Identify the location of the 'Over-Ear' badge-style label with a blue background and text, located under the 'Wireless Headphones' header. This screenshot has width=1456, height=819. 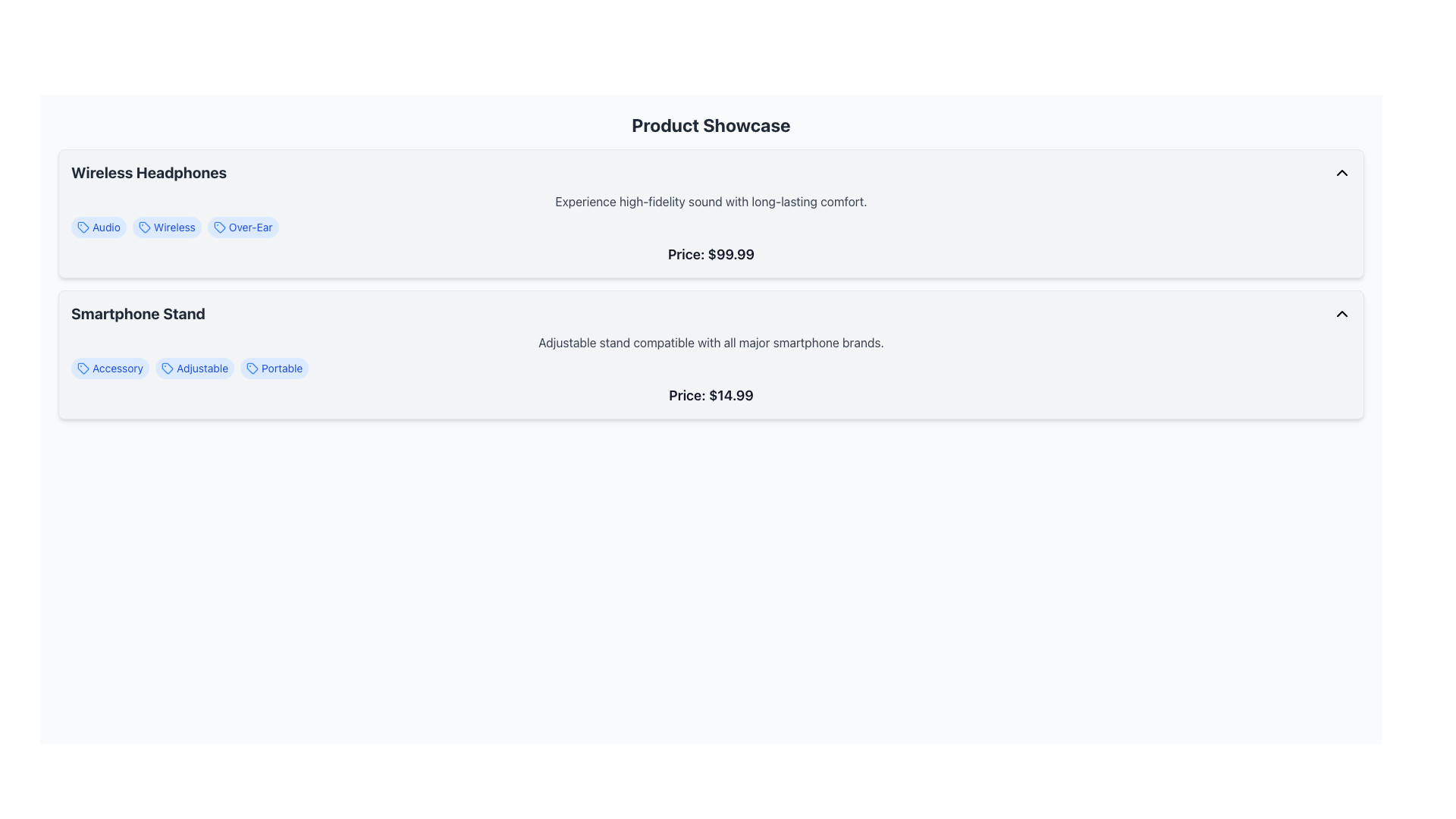
(243, 227).